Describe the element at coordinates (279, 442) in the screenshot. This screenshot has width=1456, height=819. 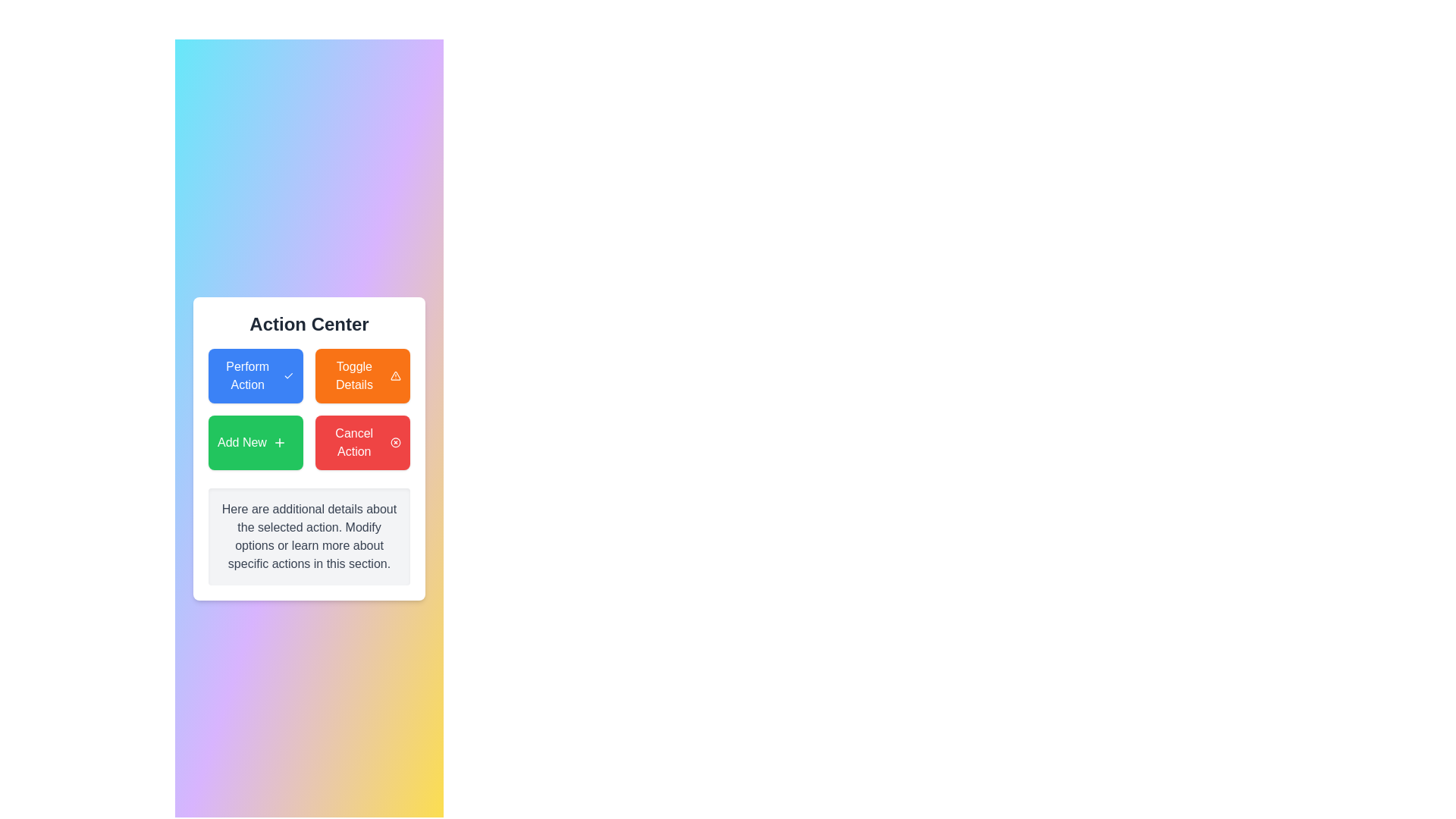
I see `the add operation icon located within the 'Add New' button at the lower-left position in the button grid` at that location.